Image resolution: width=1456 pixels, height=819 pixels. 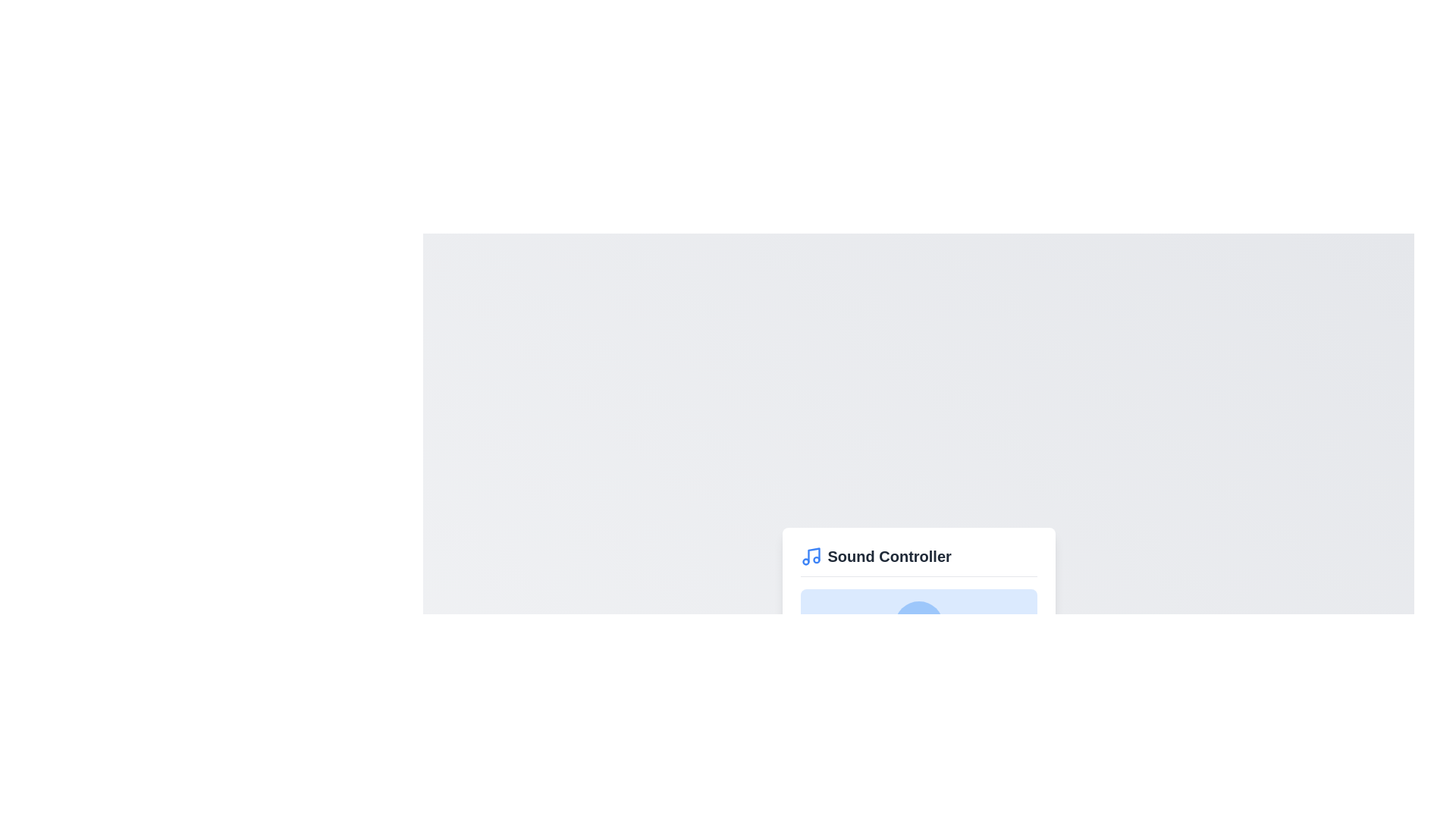 What do you see at coordinates (927, 679) in the screenshot?
I see `the volume to 54% by interacting with the slider` at bounding box center [927, 679].